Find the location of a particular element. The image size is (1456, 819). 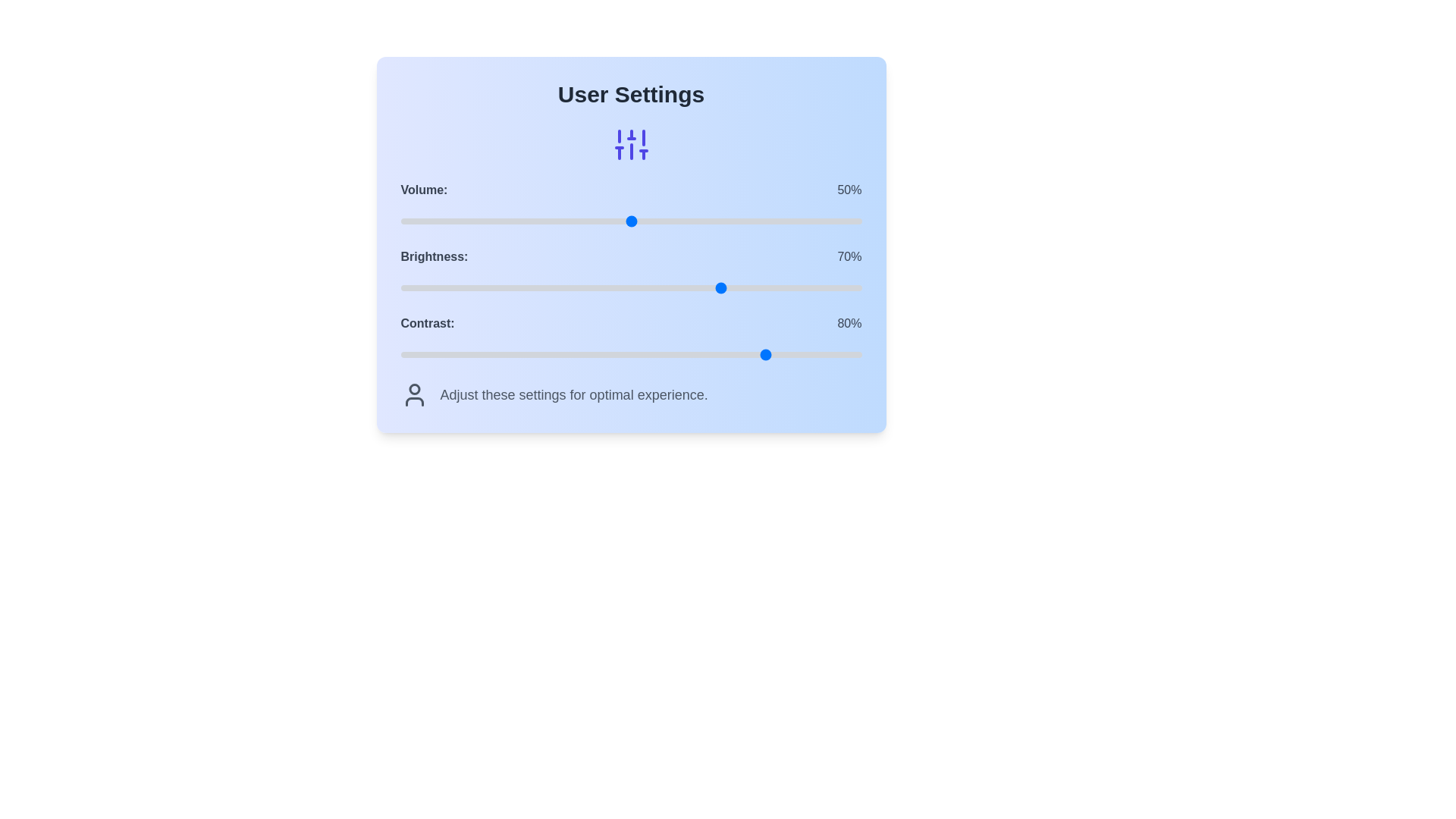

the control panel interface for user settings, which allows adjustments for volume, brightness, and contrast is located at coordinates (631, 244).